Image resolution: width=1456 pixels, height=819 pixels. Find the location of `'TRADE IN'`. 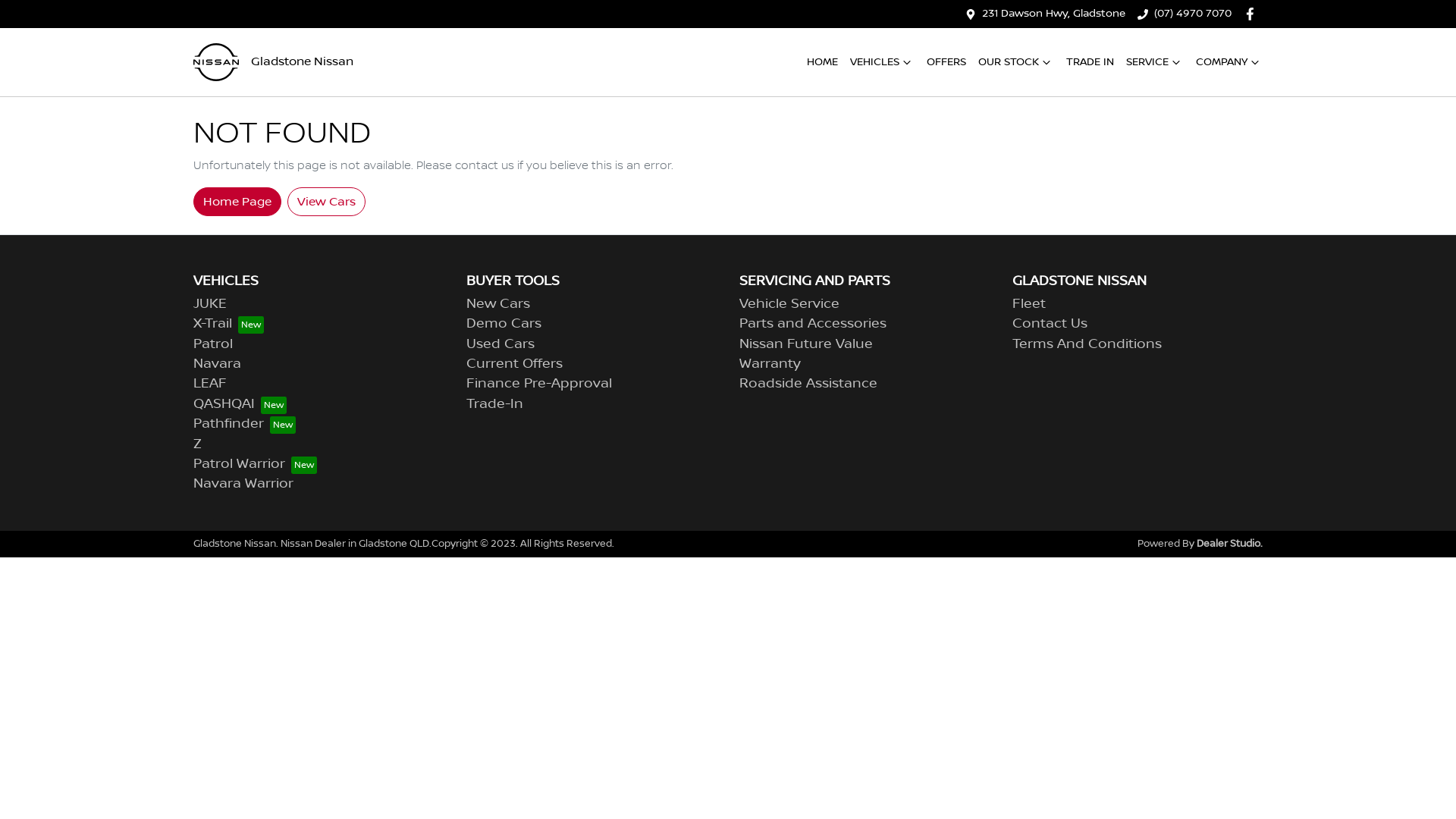

'TRADE IN' is located at coordinates (1065, 61).